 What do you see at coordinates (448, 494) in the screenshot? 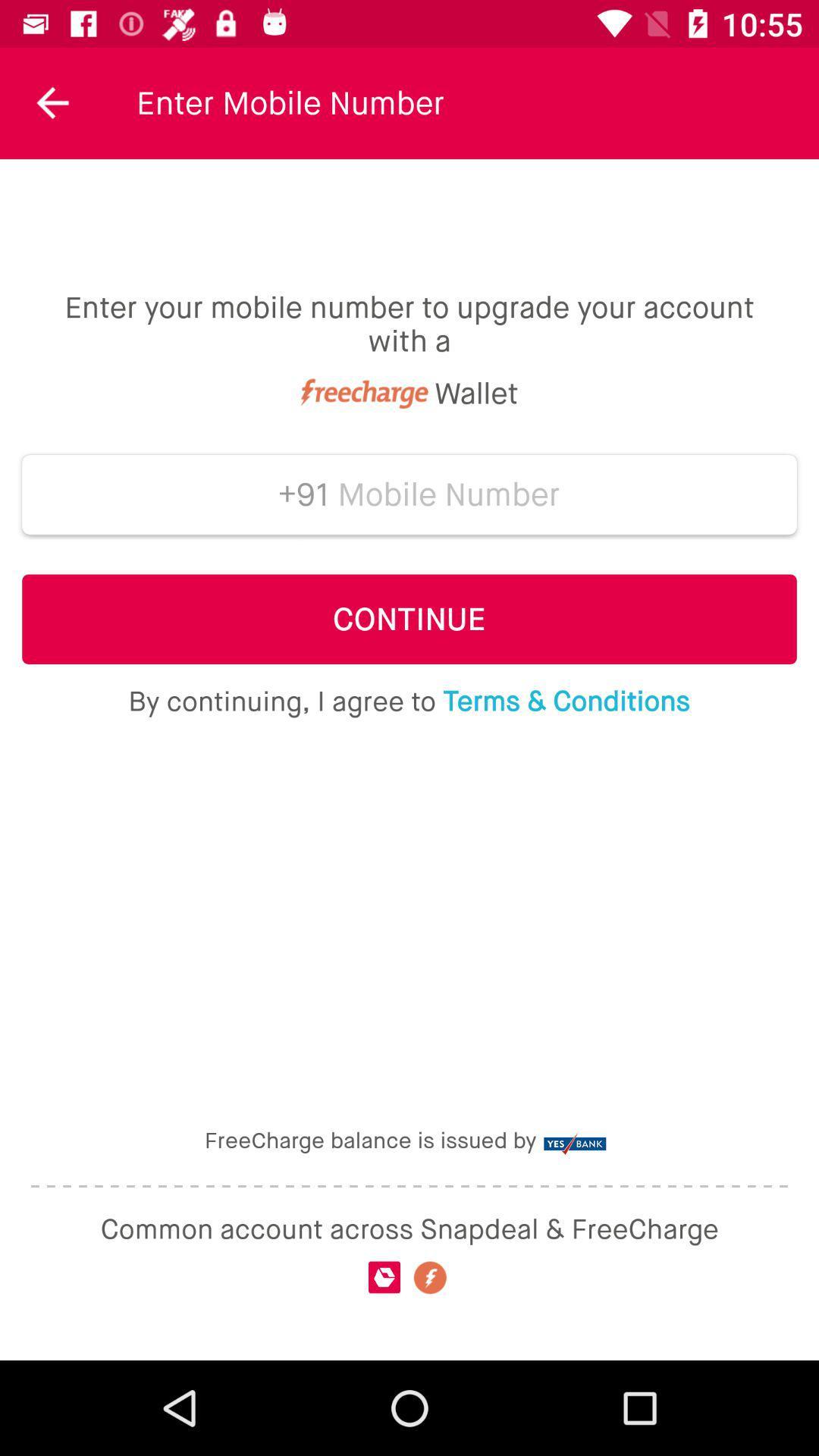
I see `line to enter your mobile number` at bounding box center [448, 494].